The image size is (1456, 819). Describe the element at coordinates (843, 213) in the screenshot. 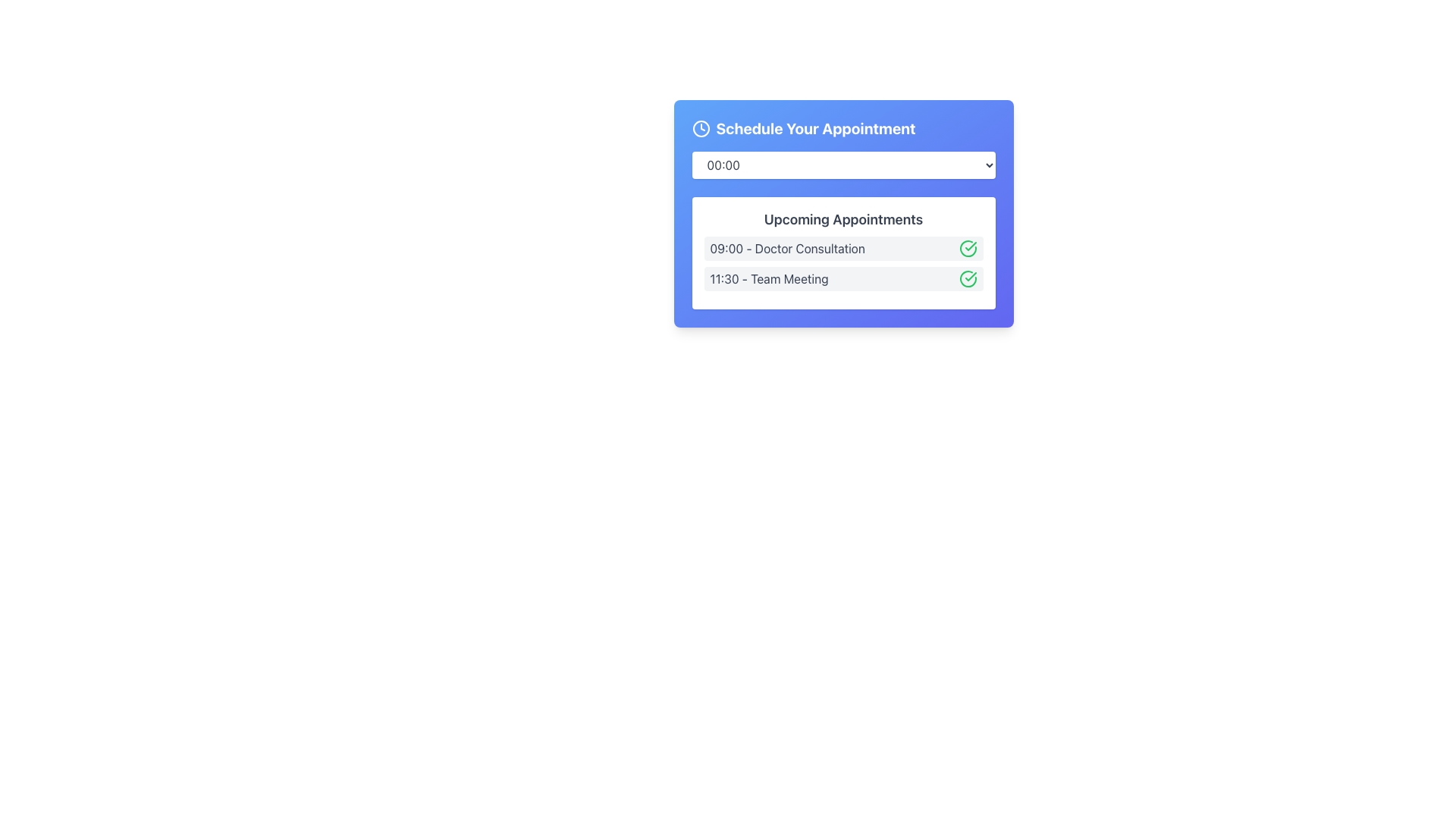

I see `the Text header that serves as a title for the upcoming appointments list, located in the central section of the blue box component` at that location.